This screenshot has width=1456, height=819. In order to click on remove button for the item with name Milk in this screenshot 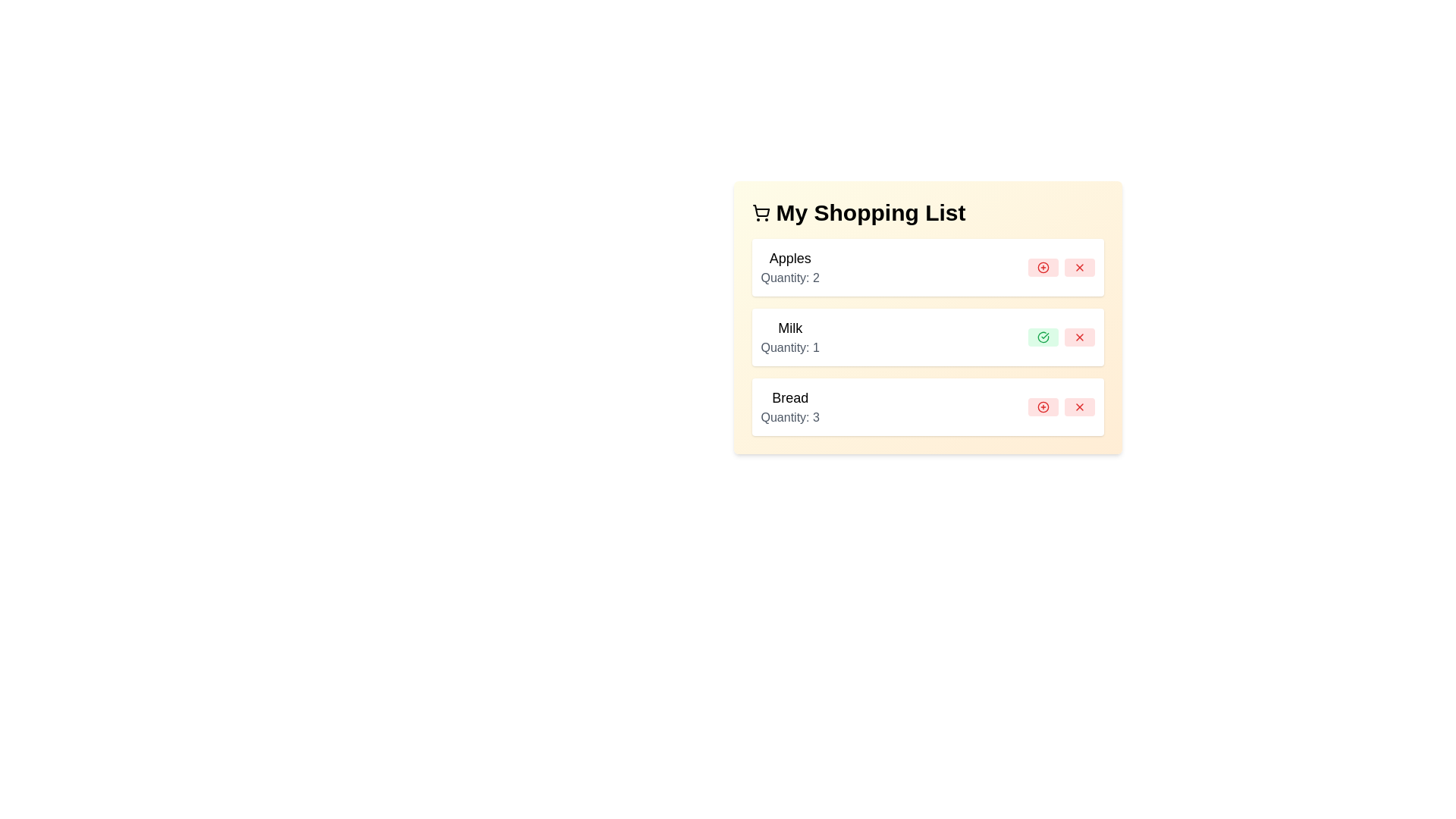, I will do `click(1078, 336)`.